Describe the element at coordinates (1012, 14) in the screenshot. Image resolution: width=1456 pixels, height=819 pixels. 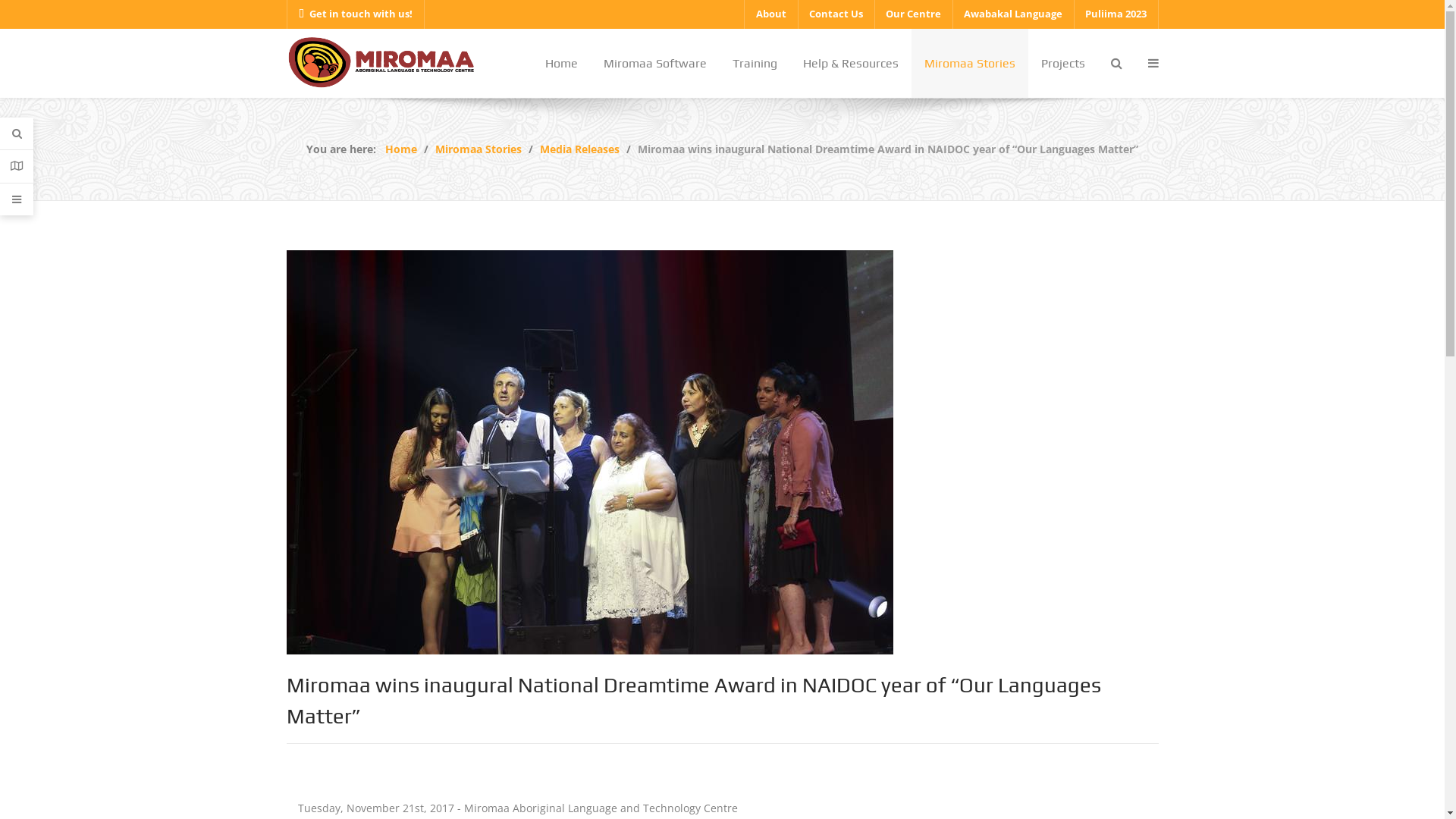
I see `'Awabakal Language'` at that location.